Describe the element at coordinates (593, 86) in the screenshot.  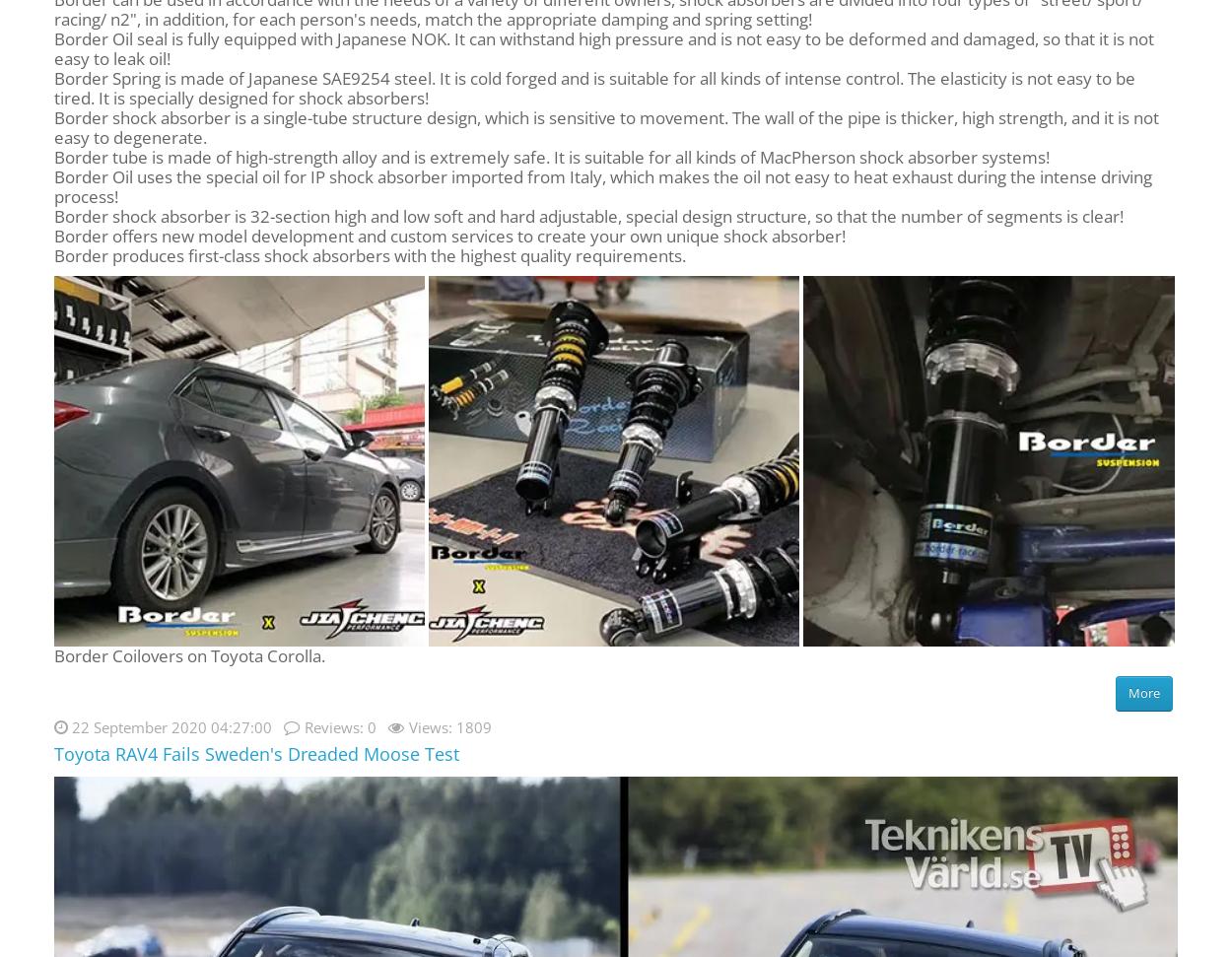
I see `'Border Spring is made of Japanese SAE9254 steel. It is cold forged and is suitable for all kinds of intense control. The elasticity is not easy to be tired. It is specially designed for shock absorbers!'` at that location.